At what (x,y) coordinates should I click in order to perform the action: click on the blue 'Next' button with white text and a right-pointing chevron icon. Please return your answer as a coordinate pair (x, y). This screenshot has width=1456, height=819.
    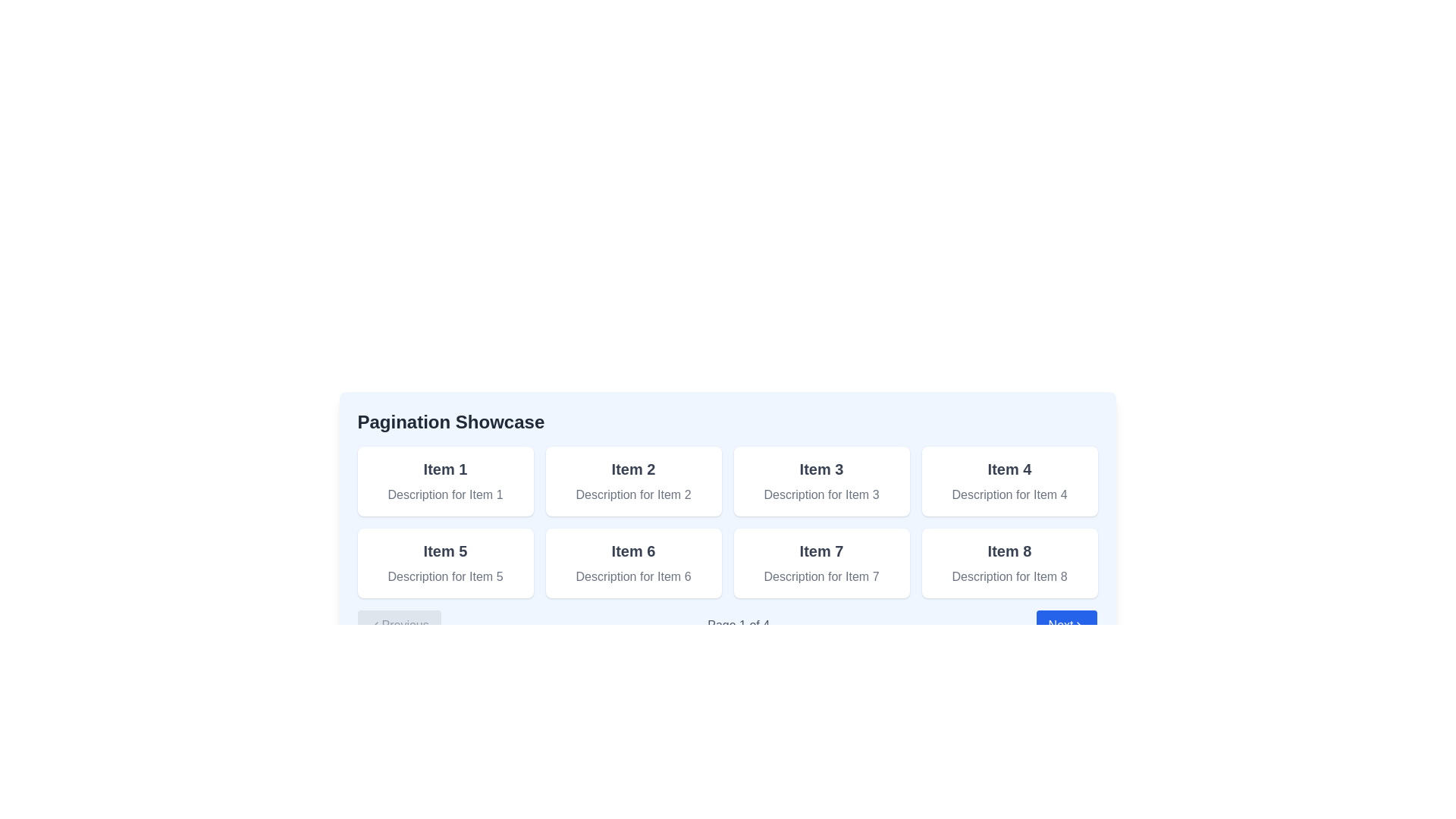
    Looking at the image, I should click on (1065, 626).